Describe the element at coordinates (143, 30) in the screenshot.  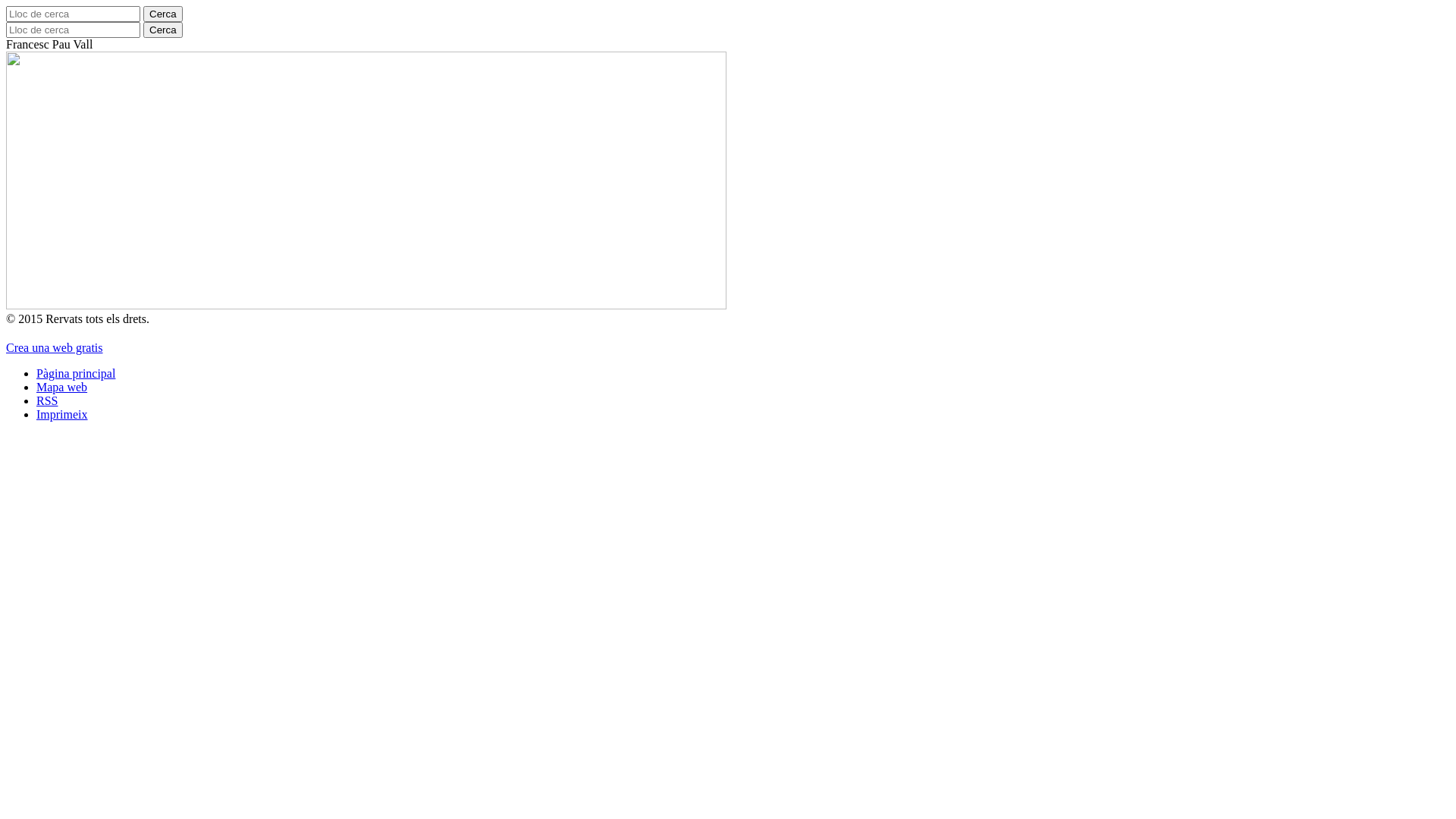
I see `'Cerca'` at that location.